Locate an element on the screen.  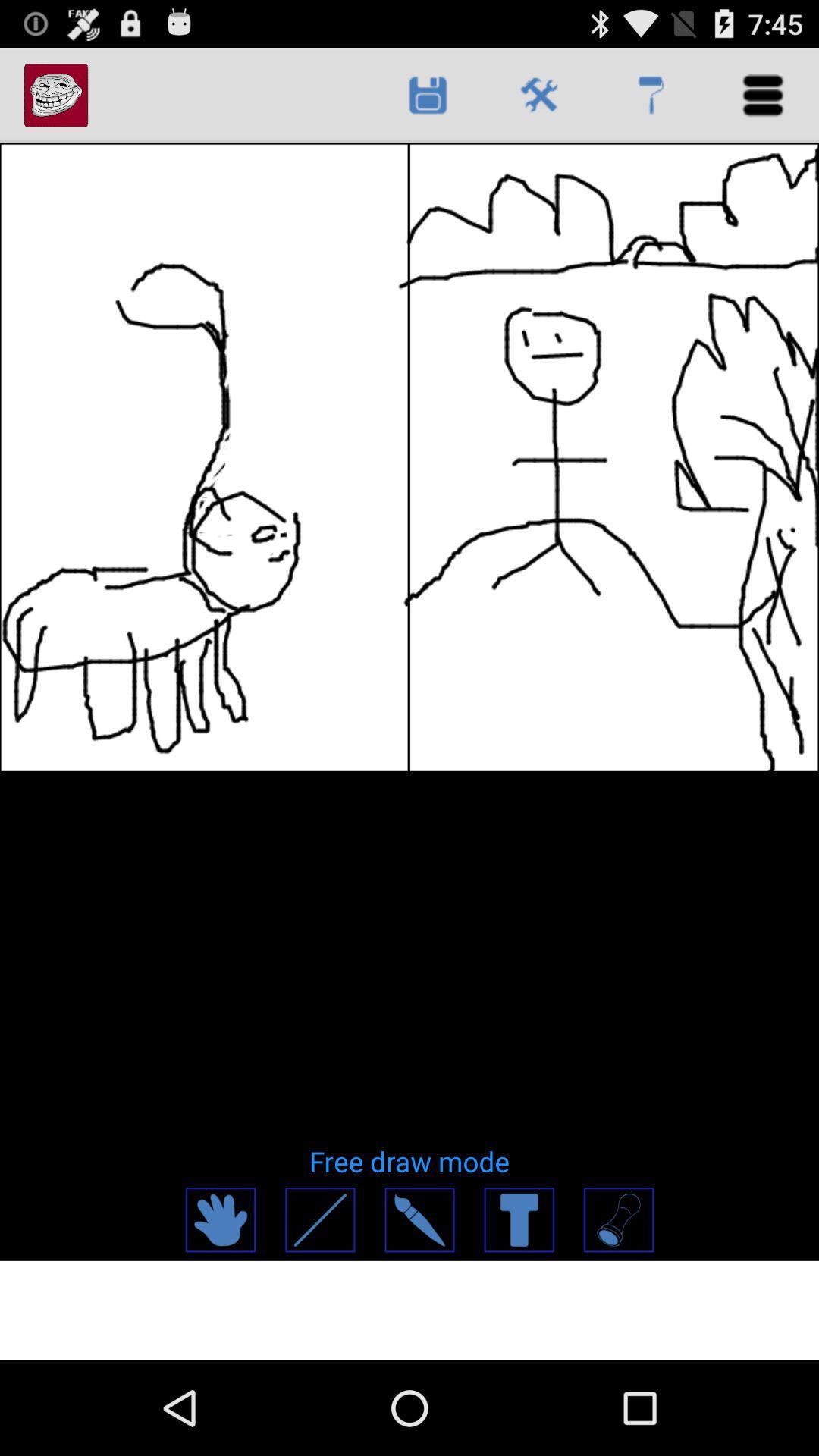
line option is located at coordinates (318, 1219).